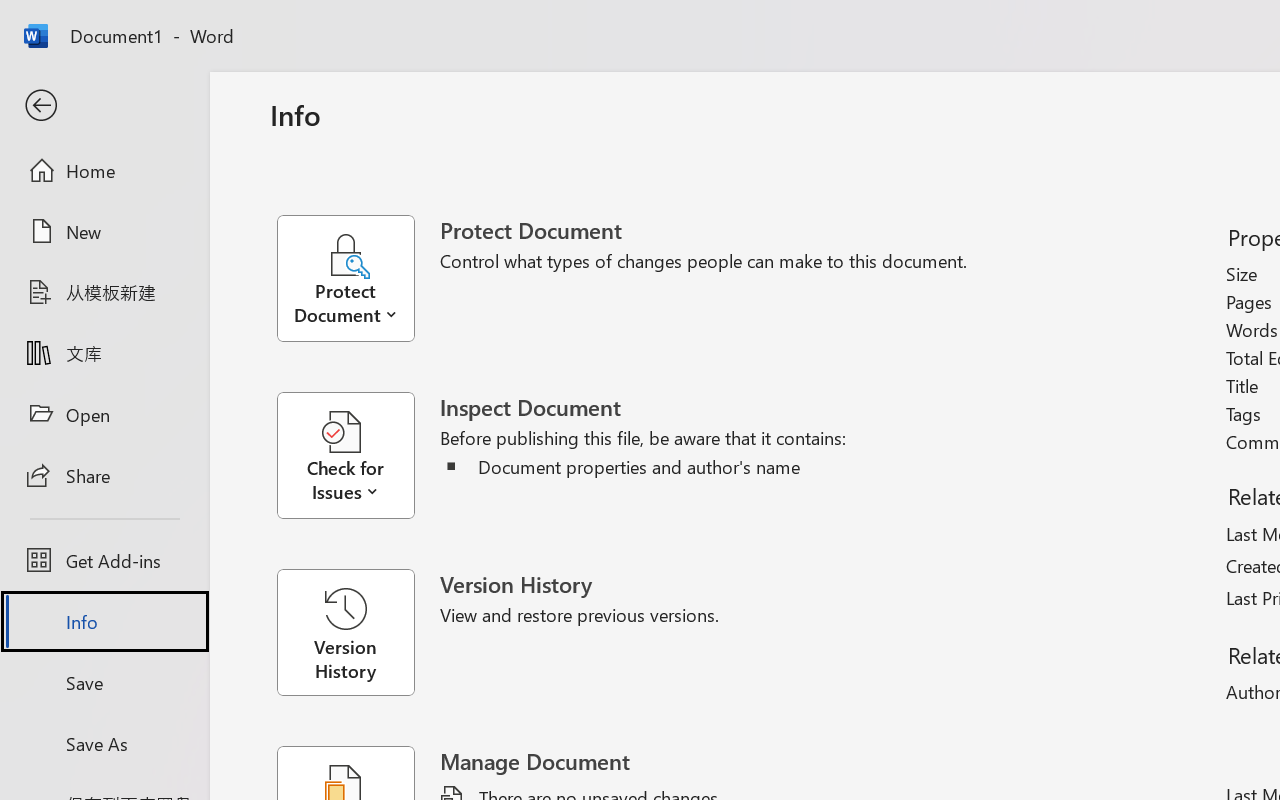 The image size is (1280, 800). I want to click on 'Back', so click(103, 105).